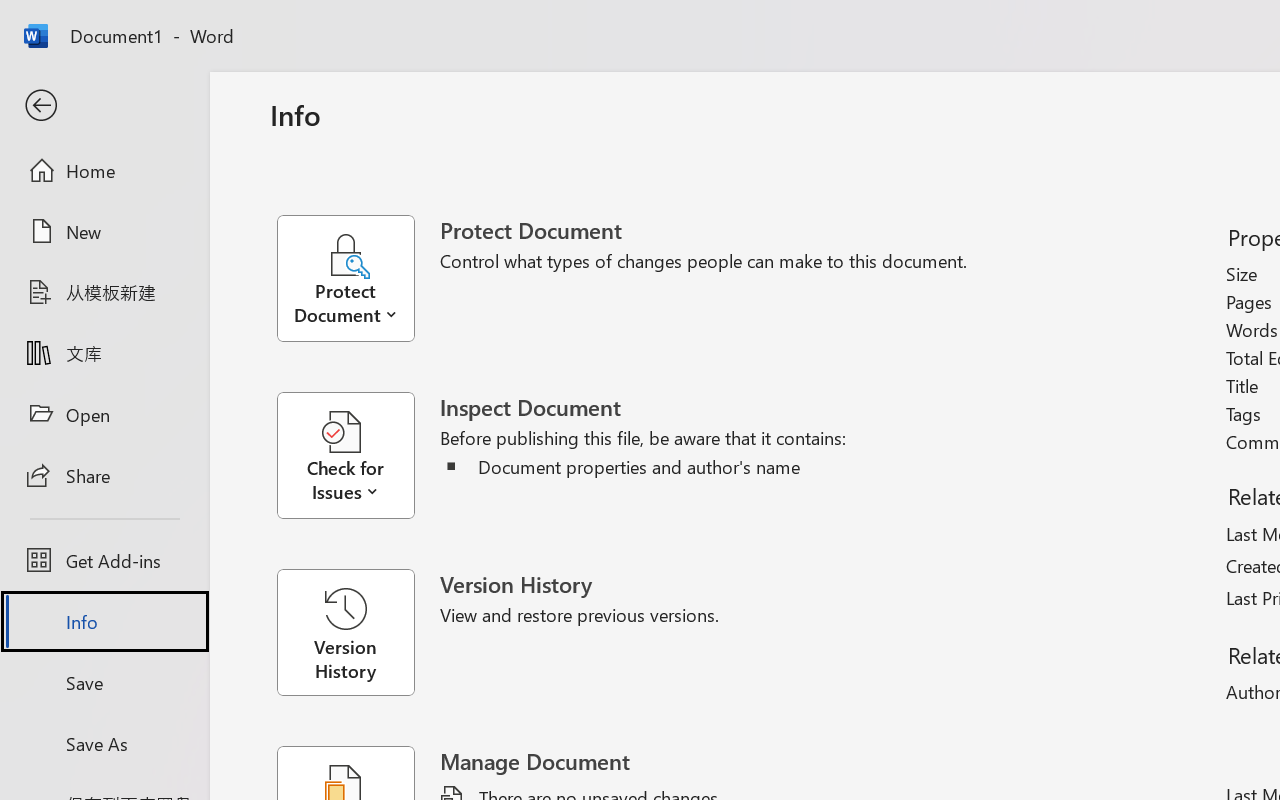 The image size is (1280, 800). I want to click on 'Back', so click(103, 105).